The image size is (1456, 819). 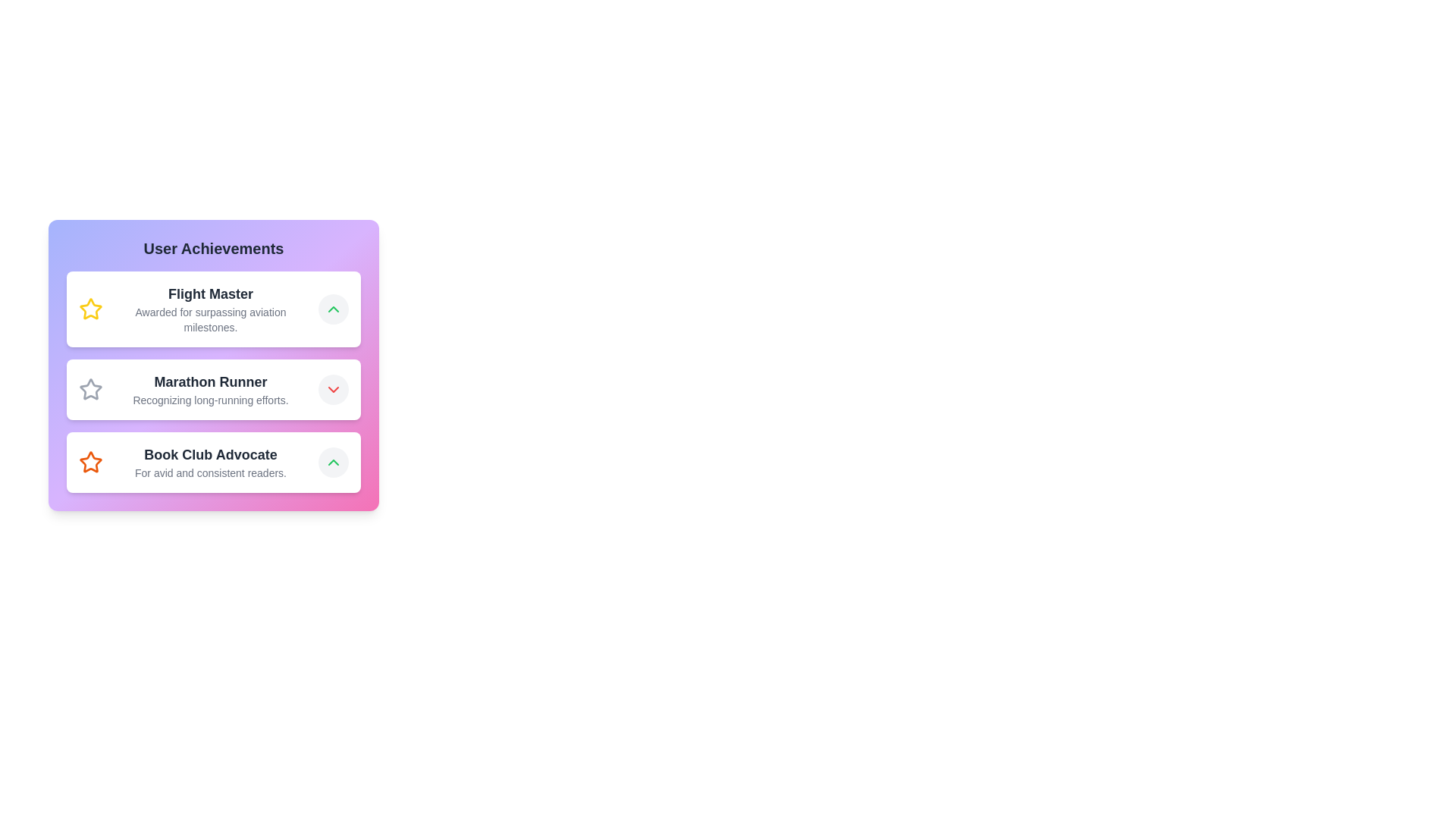 I want to click on descriptive text of the 'Flight Master' achievement display card, which is the topmost item in the User Achievements list, so click(x=213, y=309).